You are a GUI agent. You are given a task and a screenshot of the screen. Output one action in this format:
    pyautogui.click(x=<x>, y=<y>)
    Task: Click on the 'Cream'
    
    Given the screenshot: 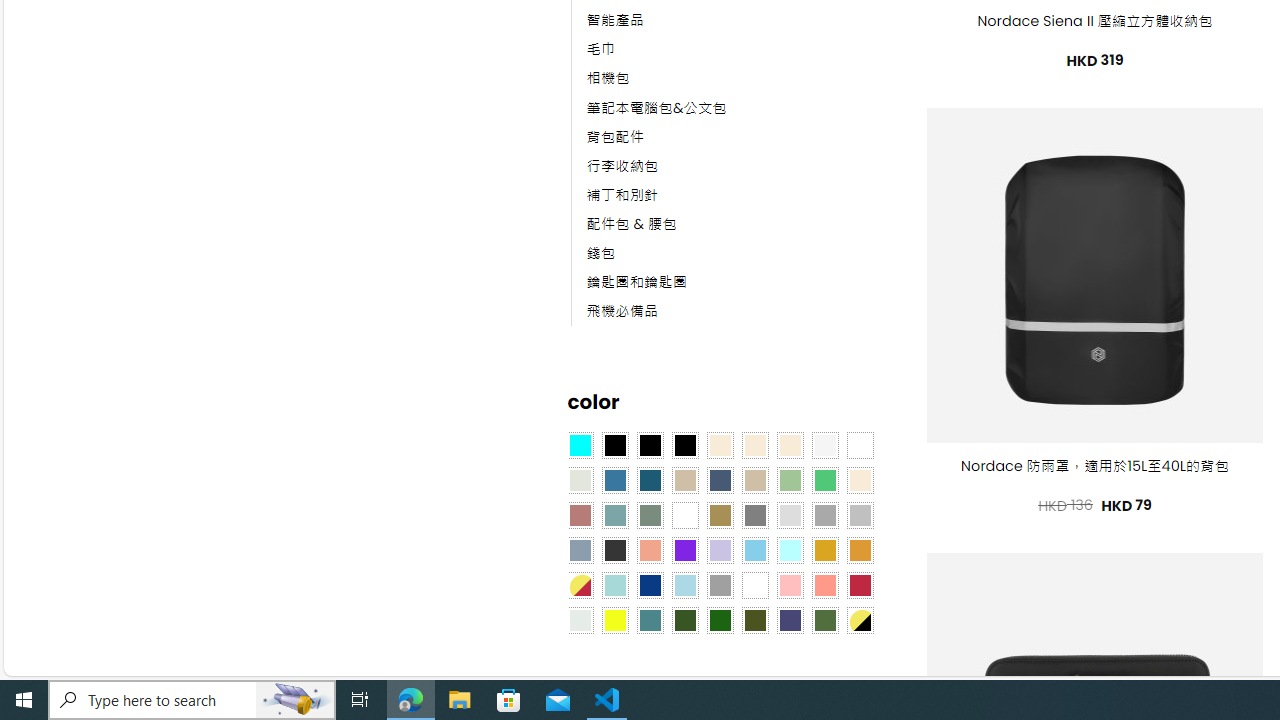 What is the action you would take?
    pyautogui.click(x=788, y=443)
    